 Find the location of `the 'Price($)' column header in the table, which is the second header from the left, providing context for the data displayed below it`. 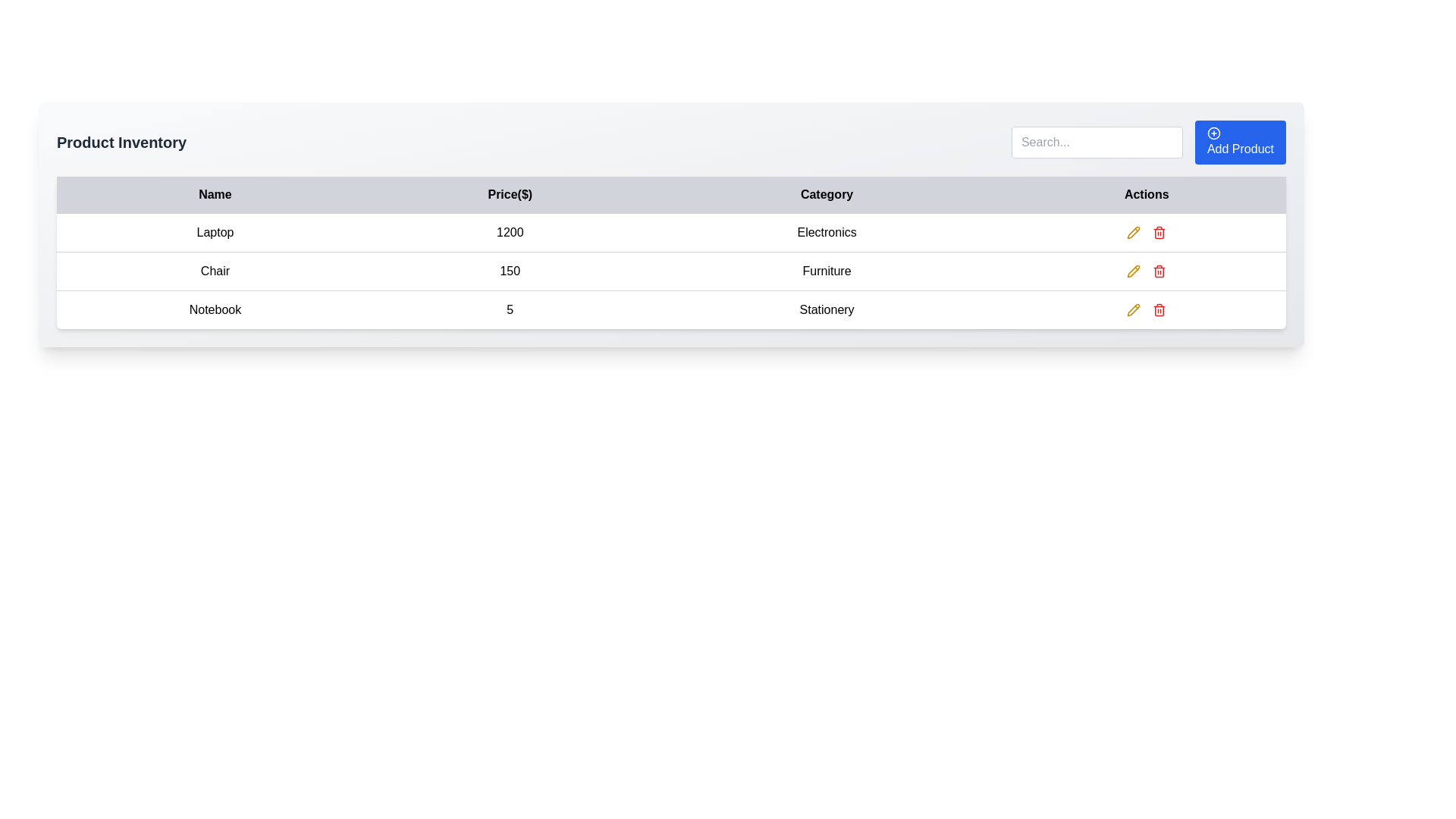

the 'Price($)' column header in the table, which is the second header from the left, providing context for the data displayed below it is located at coordinates (510, 194).